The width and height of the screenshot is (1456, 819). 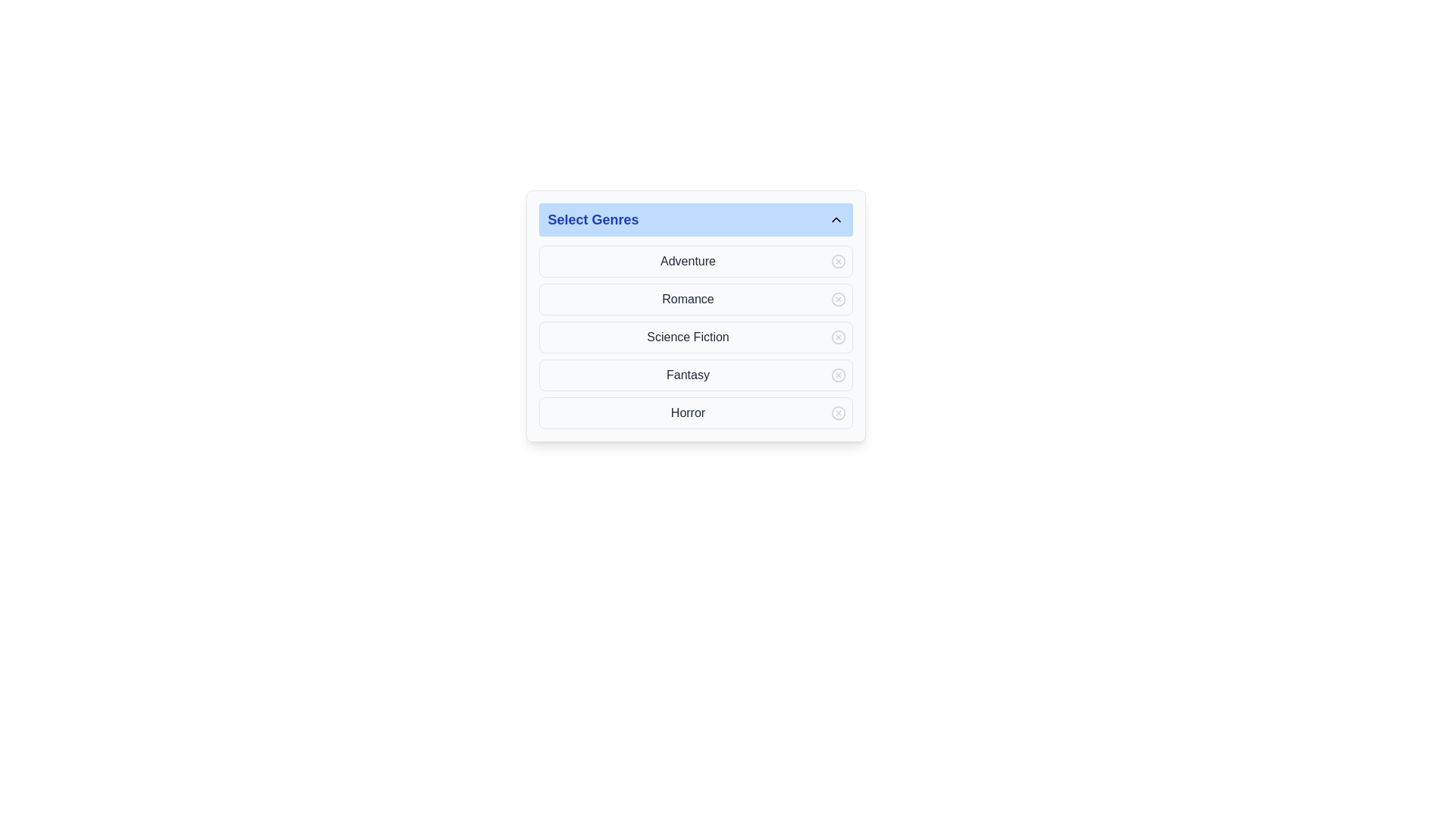 I want to click on the second list item in the 'Select Genres' panel that represents the 'Romance' genre, so click(x=695, y=299).